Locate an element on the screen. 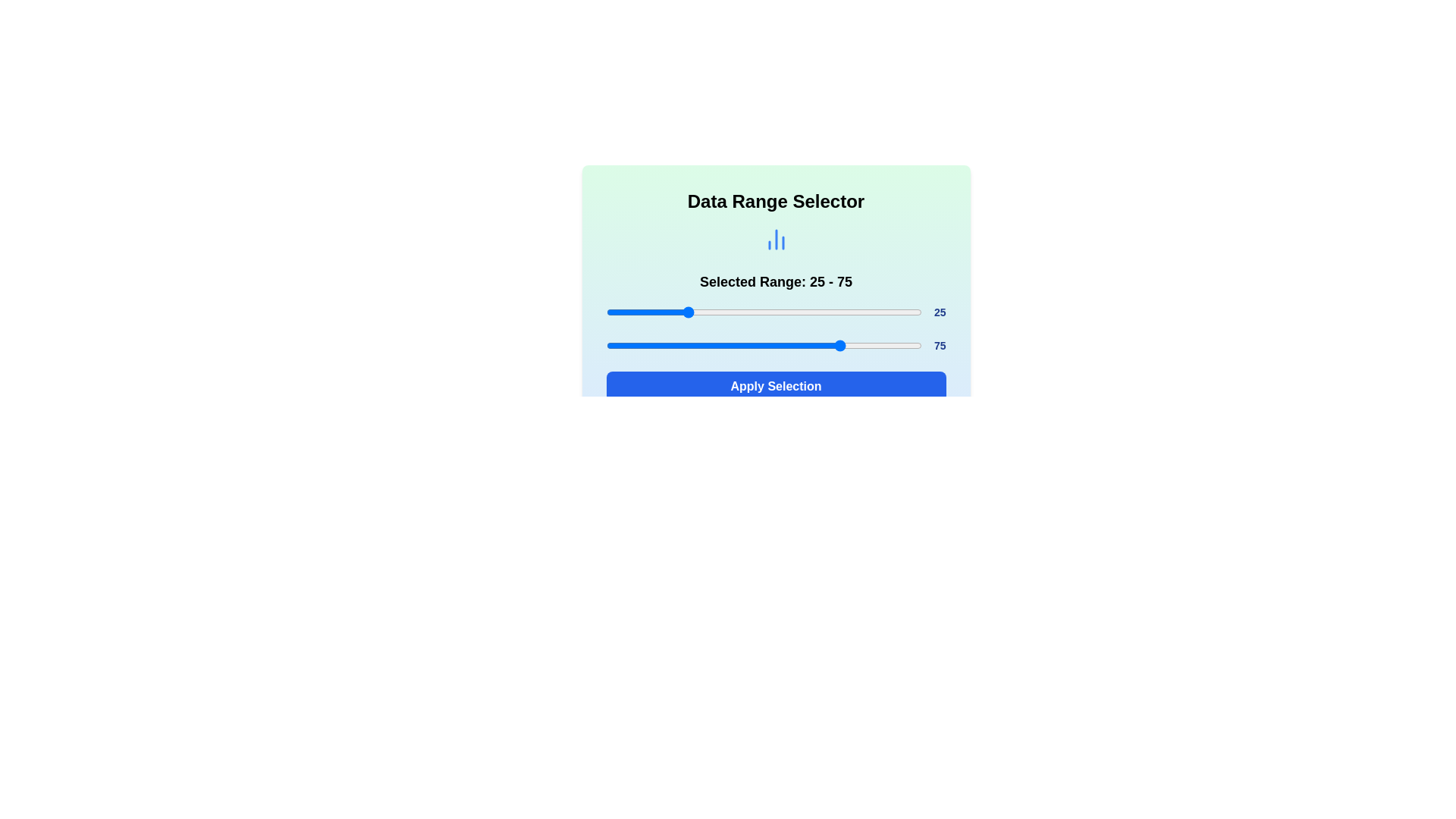 The image size is (1456, 819). the slider to set its value to 15 is located at coordinates (653, 312).